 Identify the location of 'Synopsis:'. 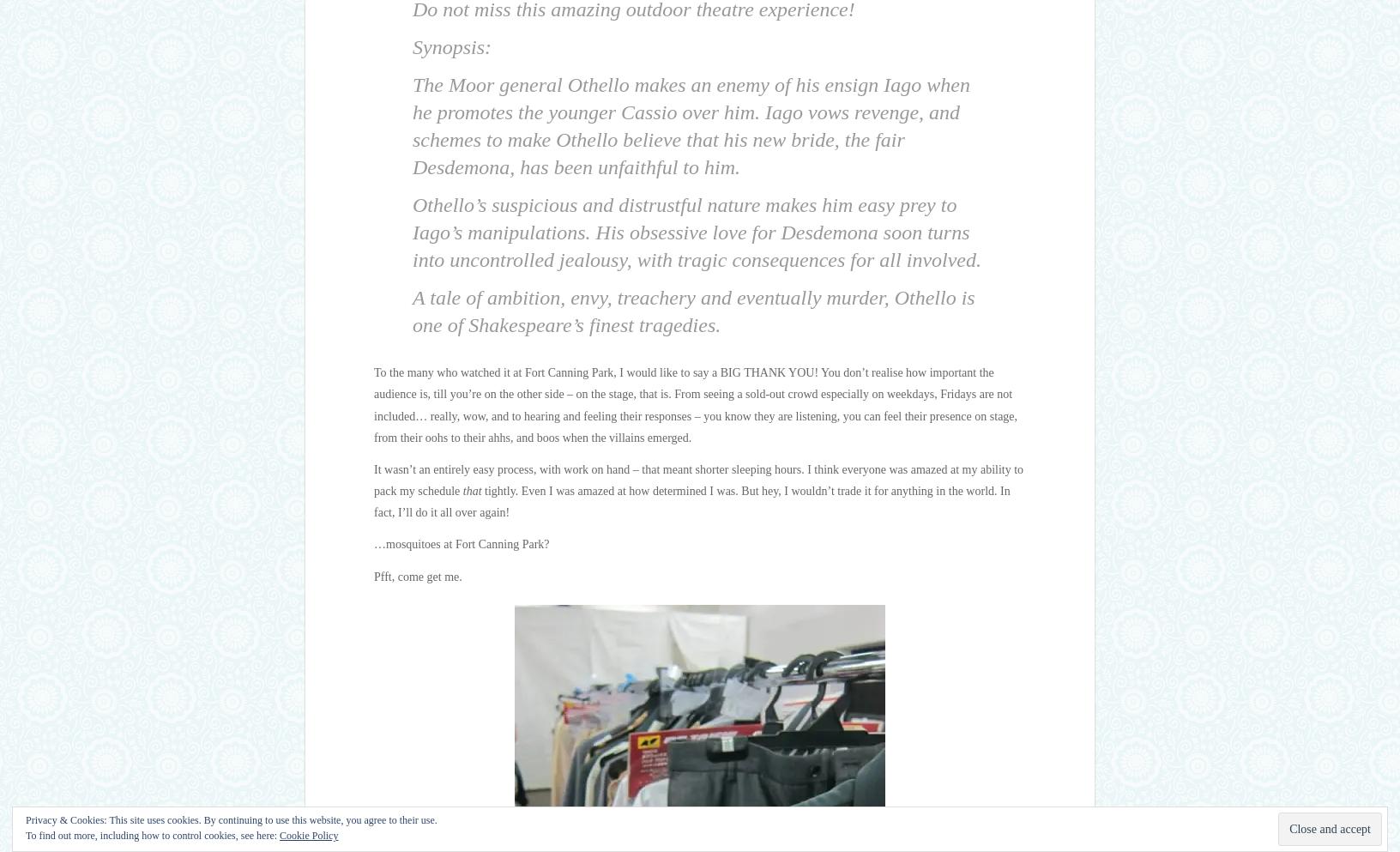
(451, 47).